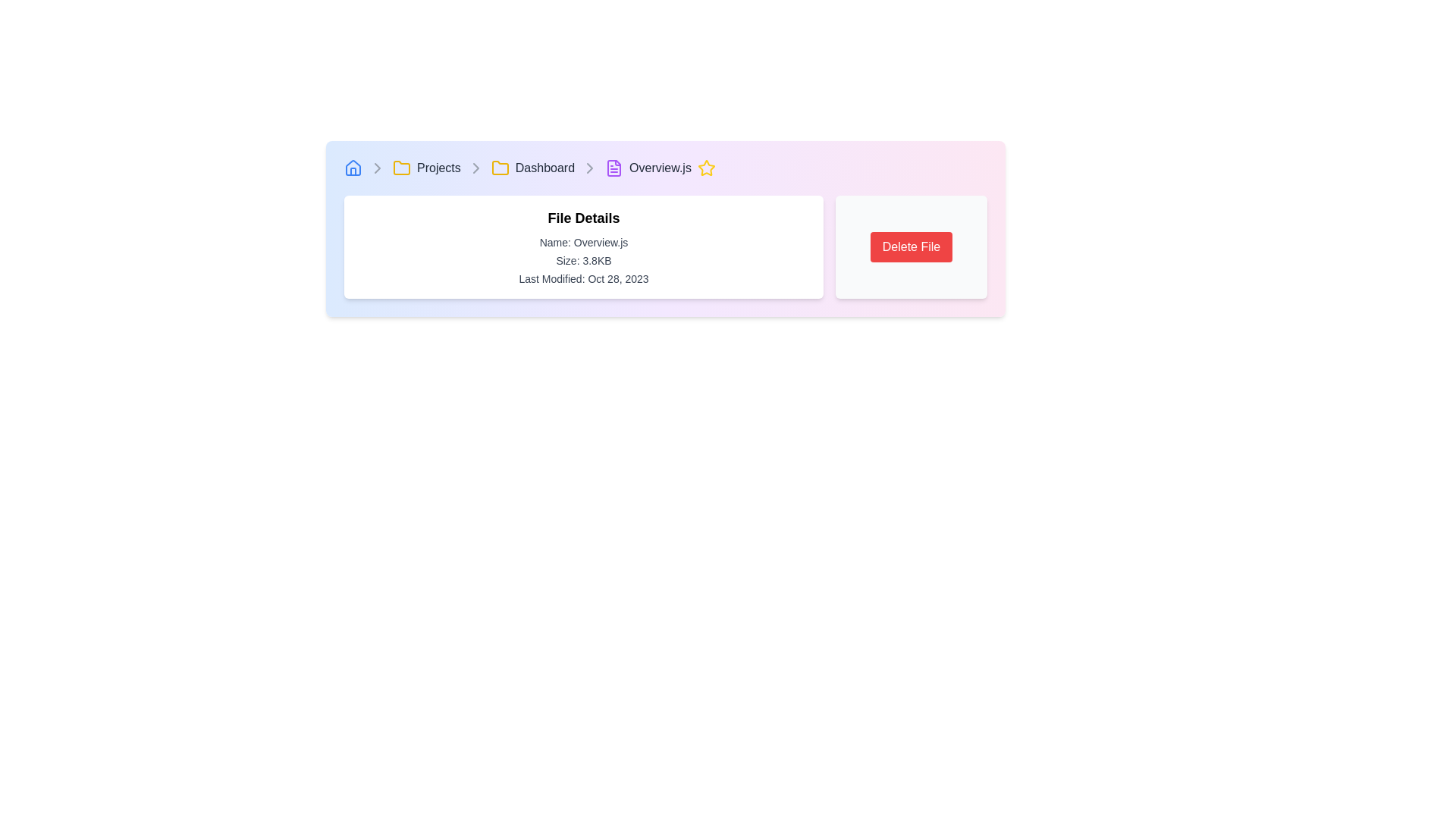  Describe the element at coordinates (582, 259) in the screenshot. I see `the Text label that displays the file size information for the currently detailed file, which is positioned below the text 'Name: Overview.js' and above 'Last Modified: Oct 28, 2023'` at that location.